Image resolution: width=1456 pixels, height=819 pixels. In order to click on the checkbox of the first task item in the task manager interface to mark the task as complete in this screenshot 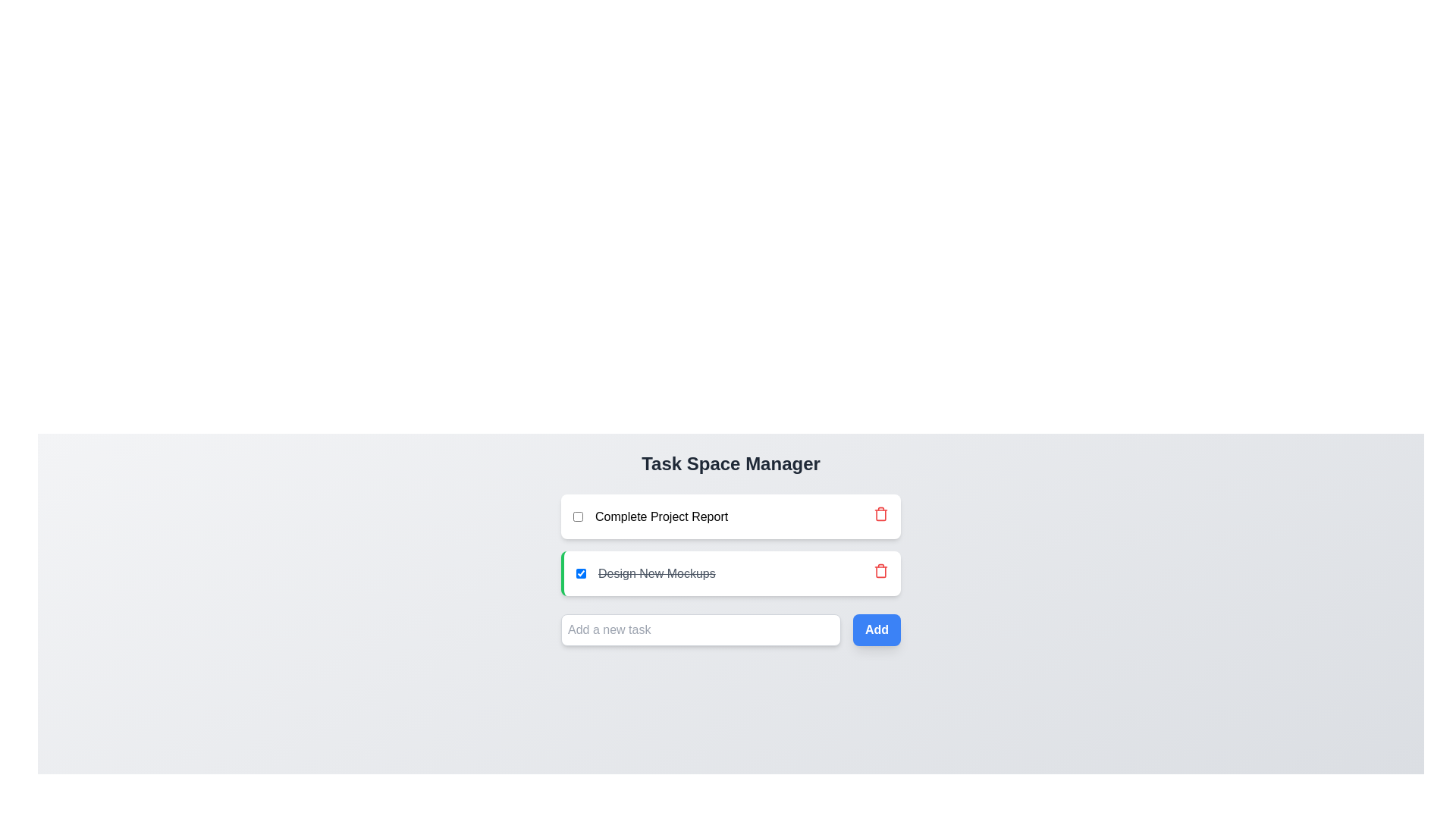, I will do `click(651, 516)`.